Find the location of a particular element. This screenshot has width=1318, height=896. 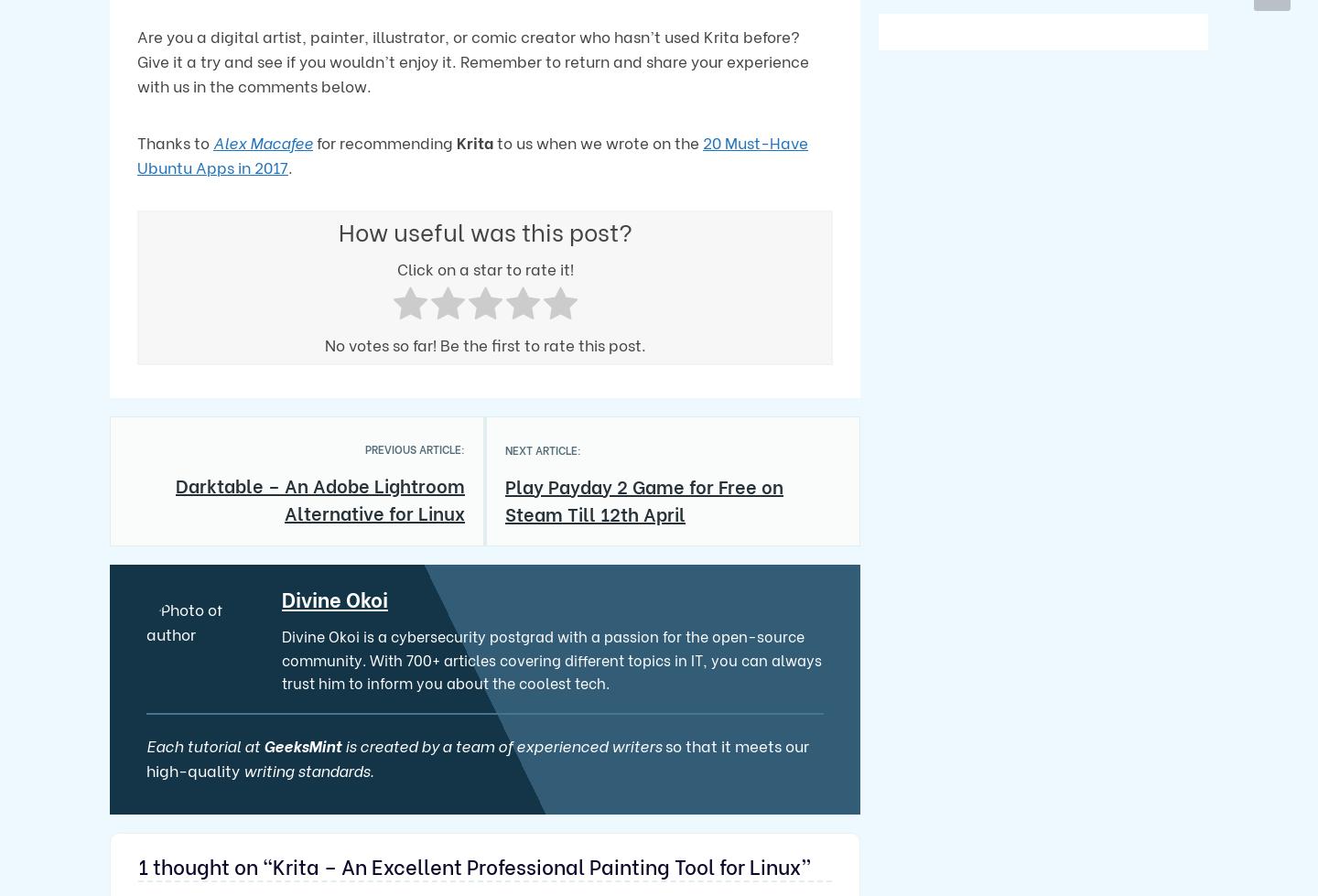

'writing standards.' is located at coordinates (307, 768).